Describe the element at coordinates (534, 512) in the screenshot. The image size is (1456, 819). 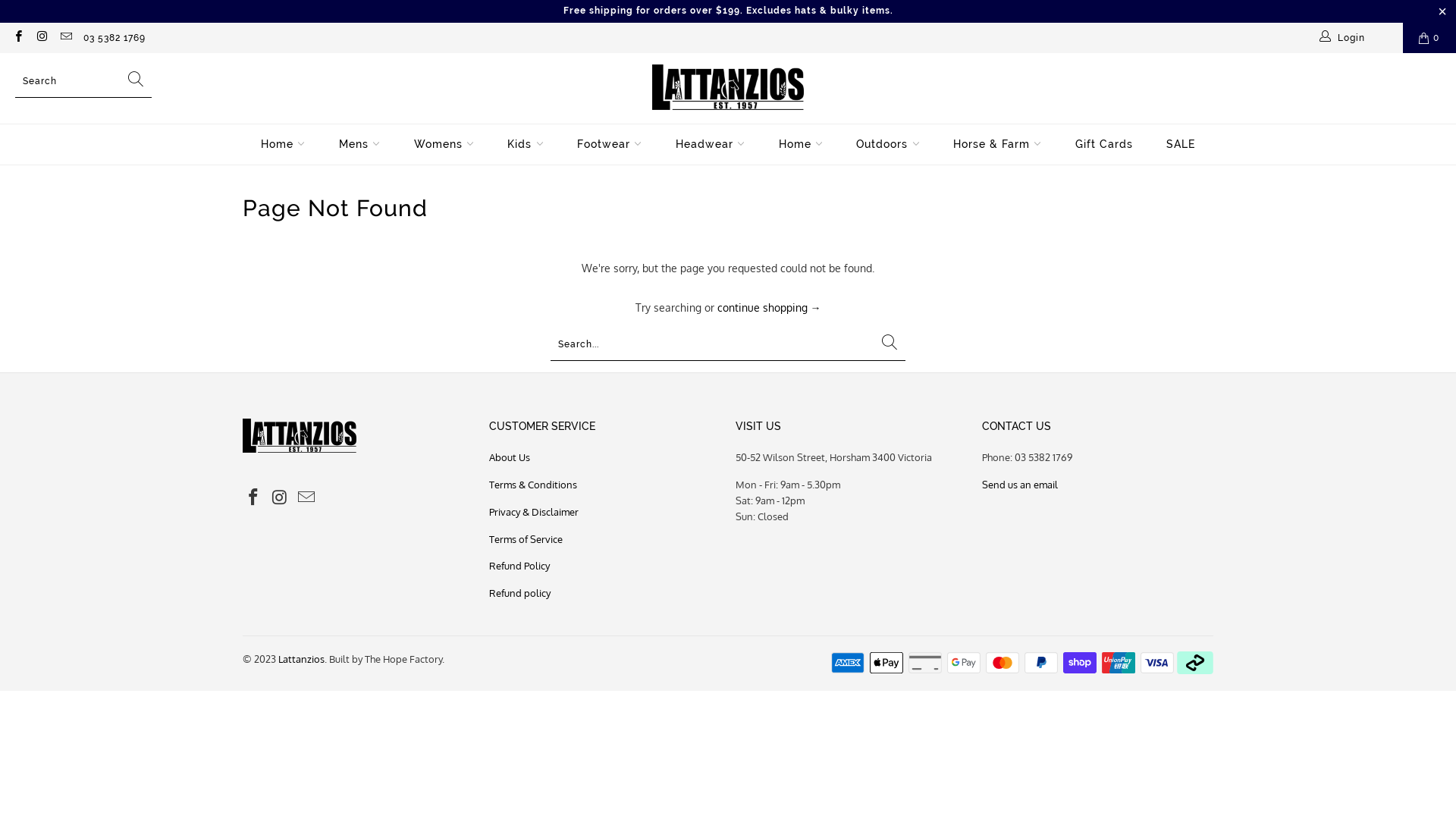
I see `'Privacy & Disclaimer'` at that location.